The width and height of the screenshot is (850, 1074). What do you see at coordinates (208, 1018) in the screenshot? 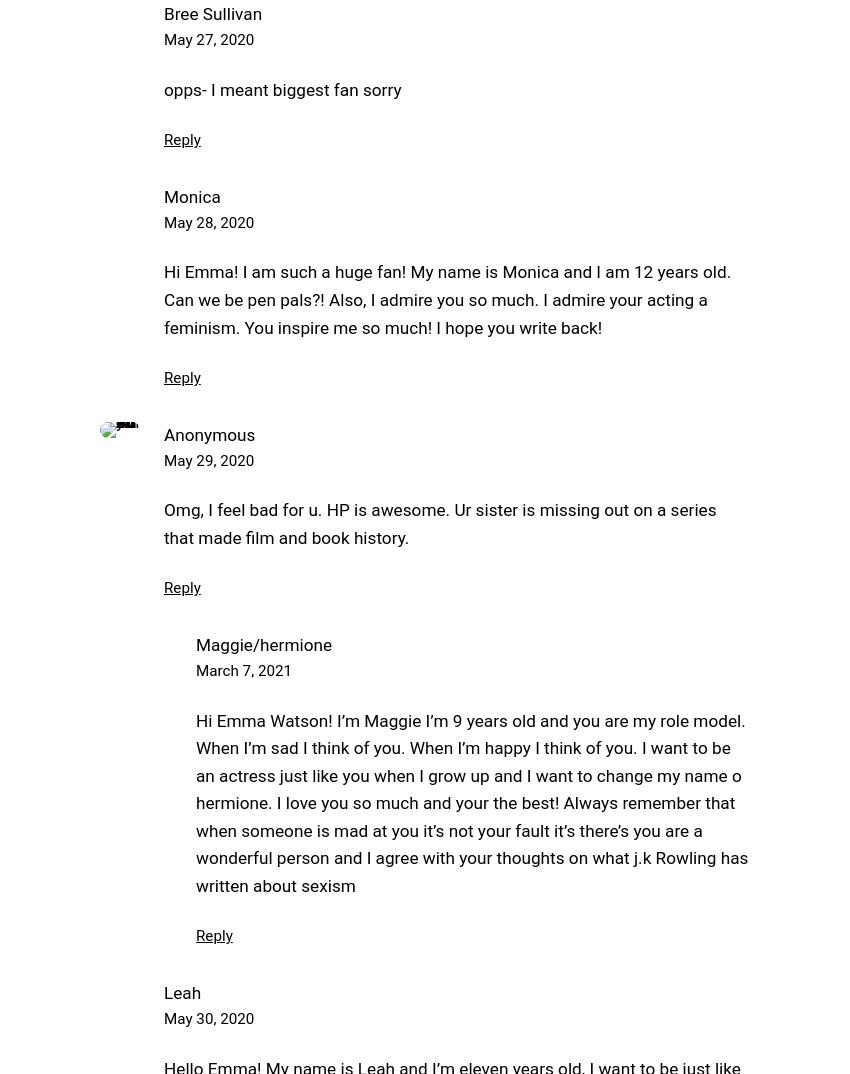
I see `'May 30, 2020'` at bounding box center [208, 1018].